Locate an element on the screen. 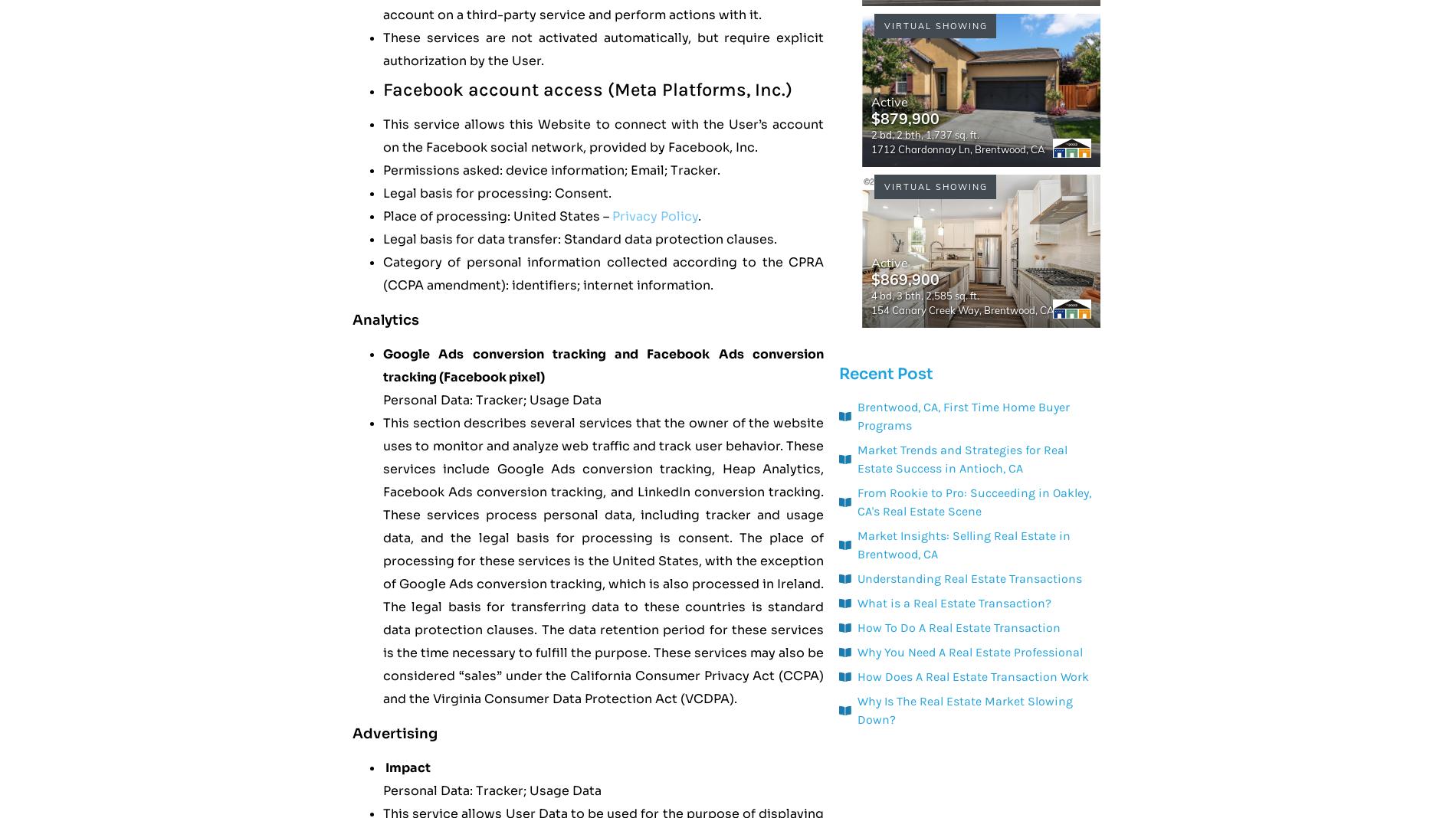 Image resolution: width=1456 pixels, height=818 pixels. 'Impact' is located at coordinates (407, 767).